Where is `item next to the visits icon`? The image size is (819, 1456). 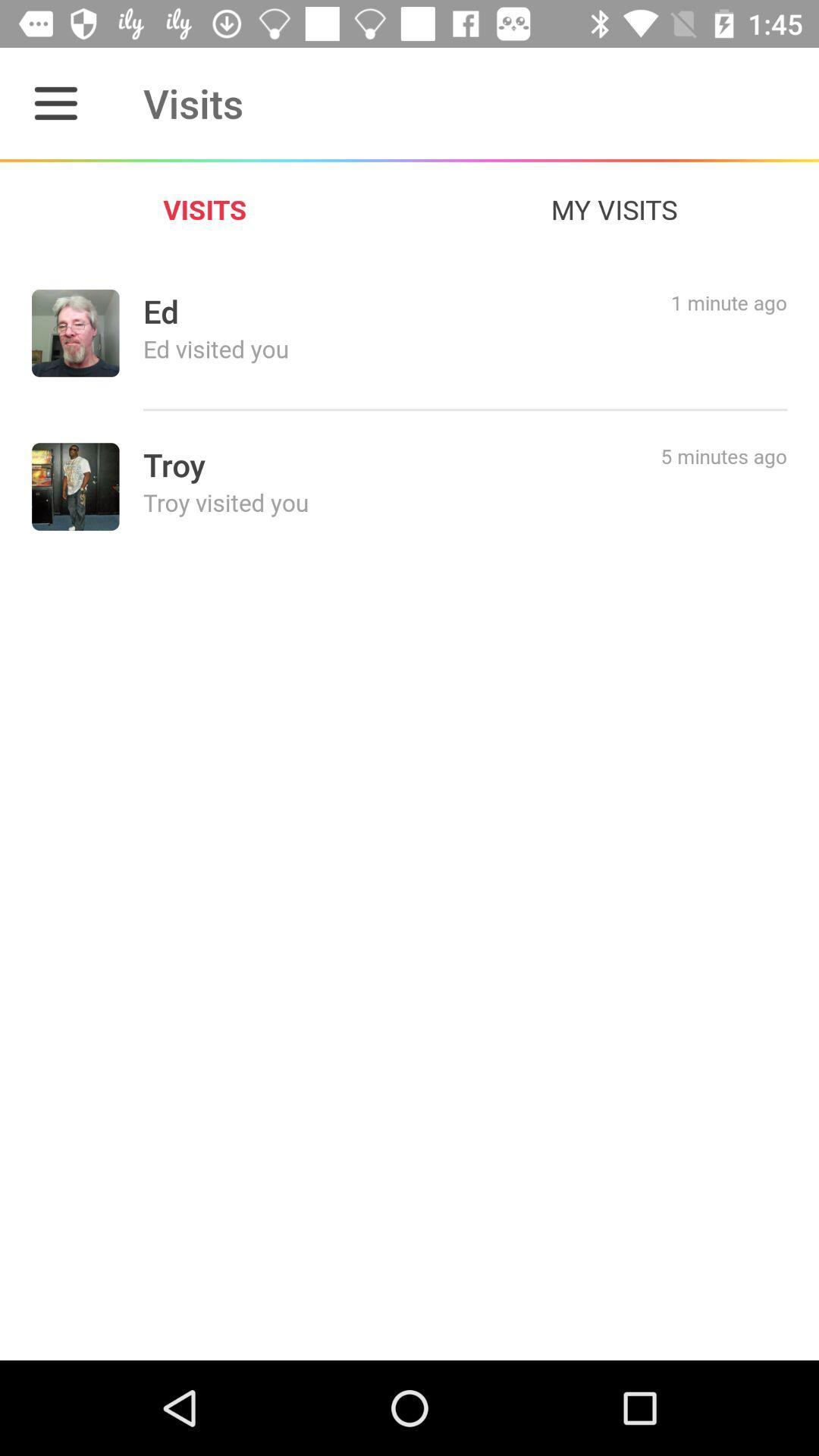 item next to the visits icon is located at coordinates (614, 209).